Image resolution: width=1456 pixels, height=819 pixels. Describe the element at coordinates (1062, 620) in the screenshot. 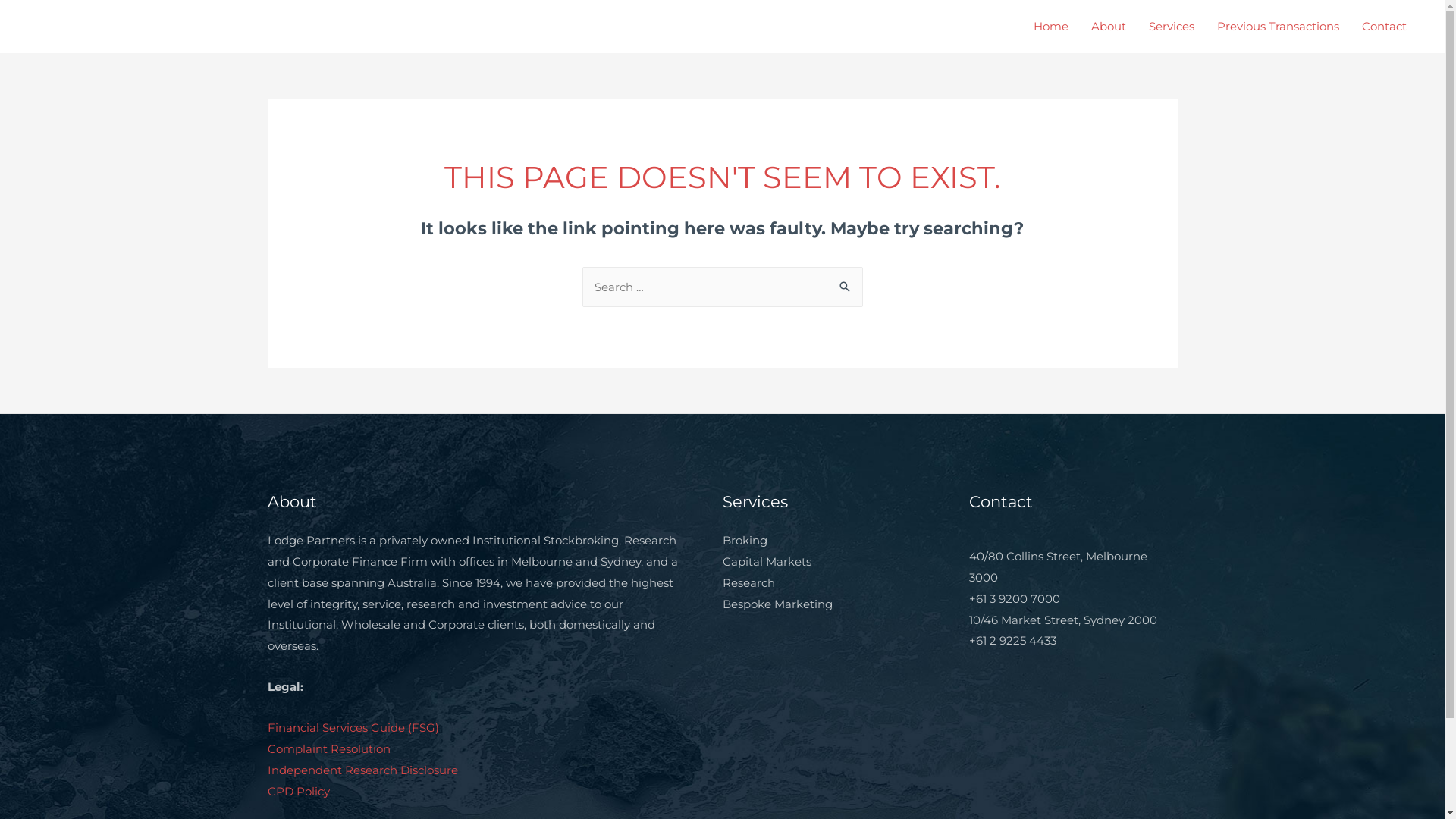

I see `'10/46 Market Street, Sydney 2000'` at that location.